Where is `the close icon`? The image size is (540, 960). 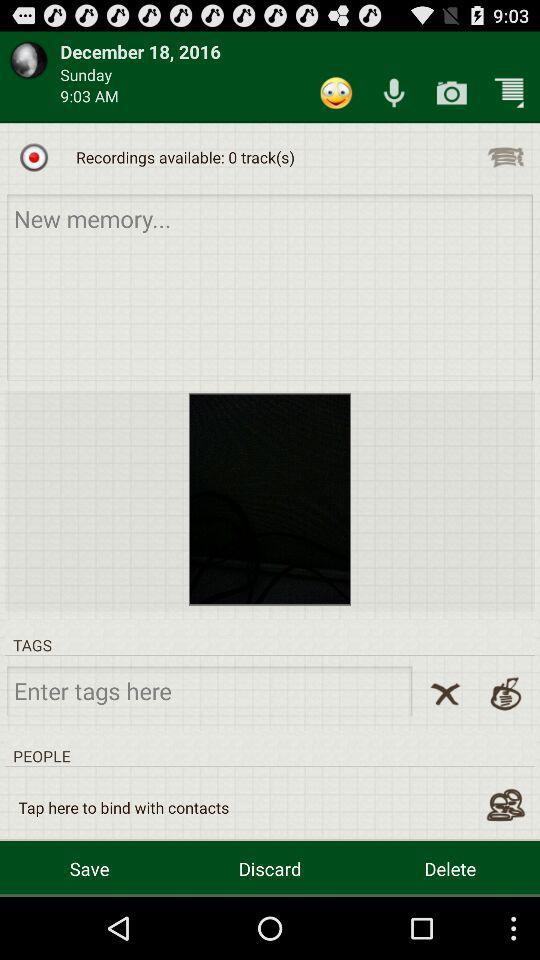
the close icon is located at coordinates (445, 741).